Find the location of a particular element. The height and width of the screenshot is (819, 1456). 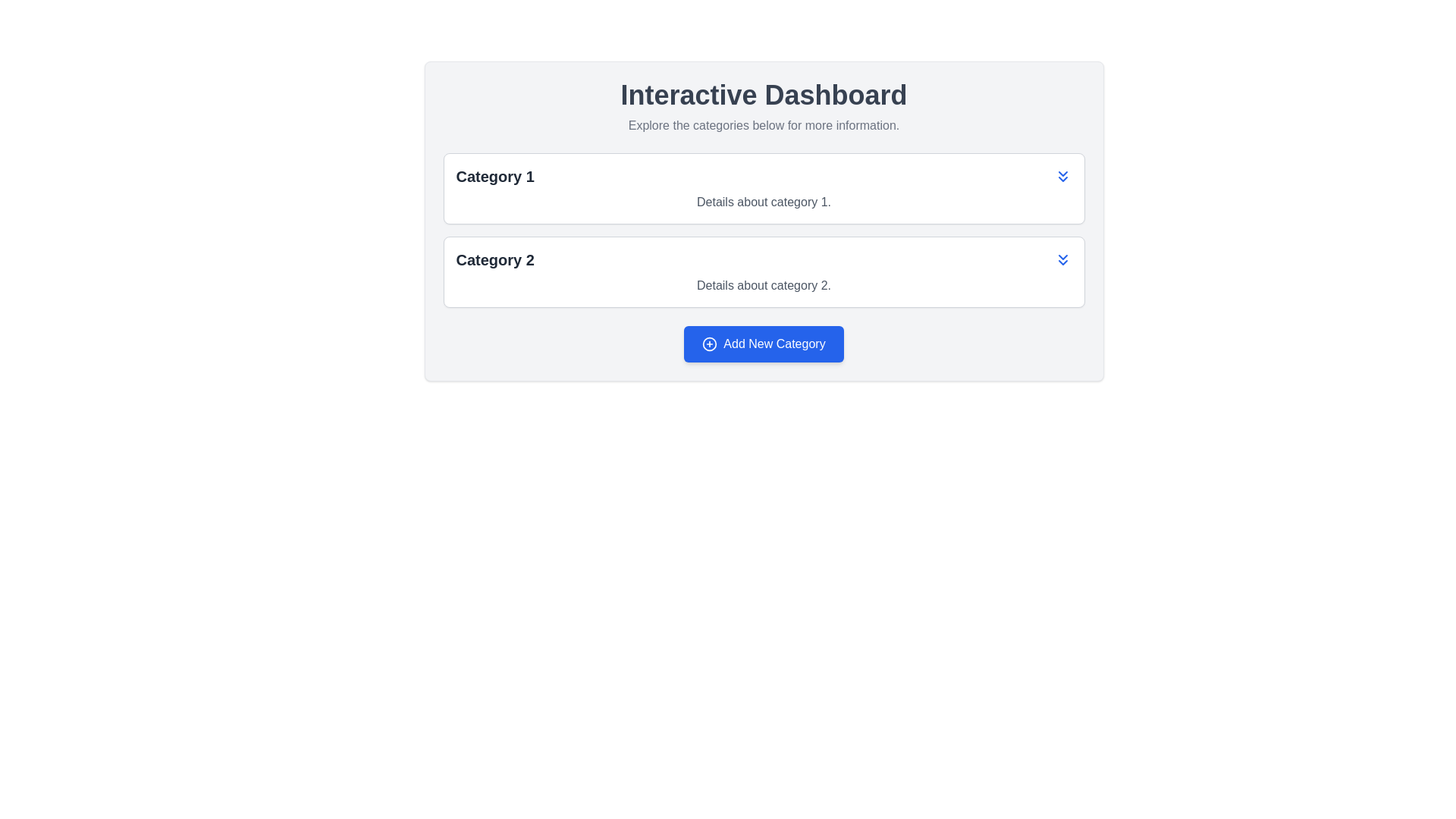

the blue rectangular button labeled 'Add New Category' with a white plus icon is located at coordinates (764, 344).